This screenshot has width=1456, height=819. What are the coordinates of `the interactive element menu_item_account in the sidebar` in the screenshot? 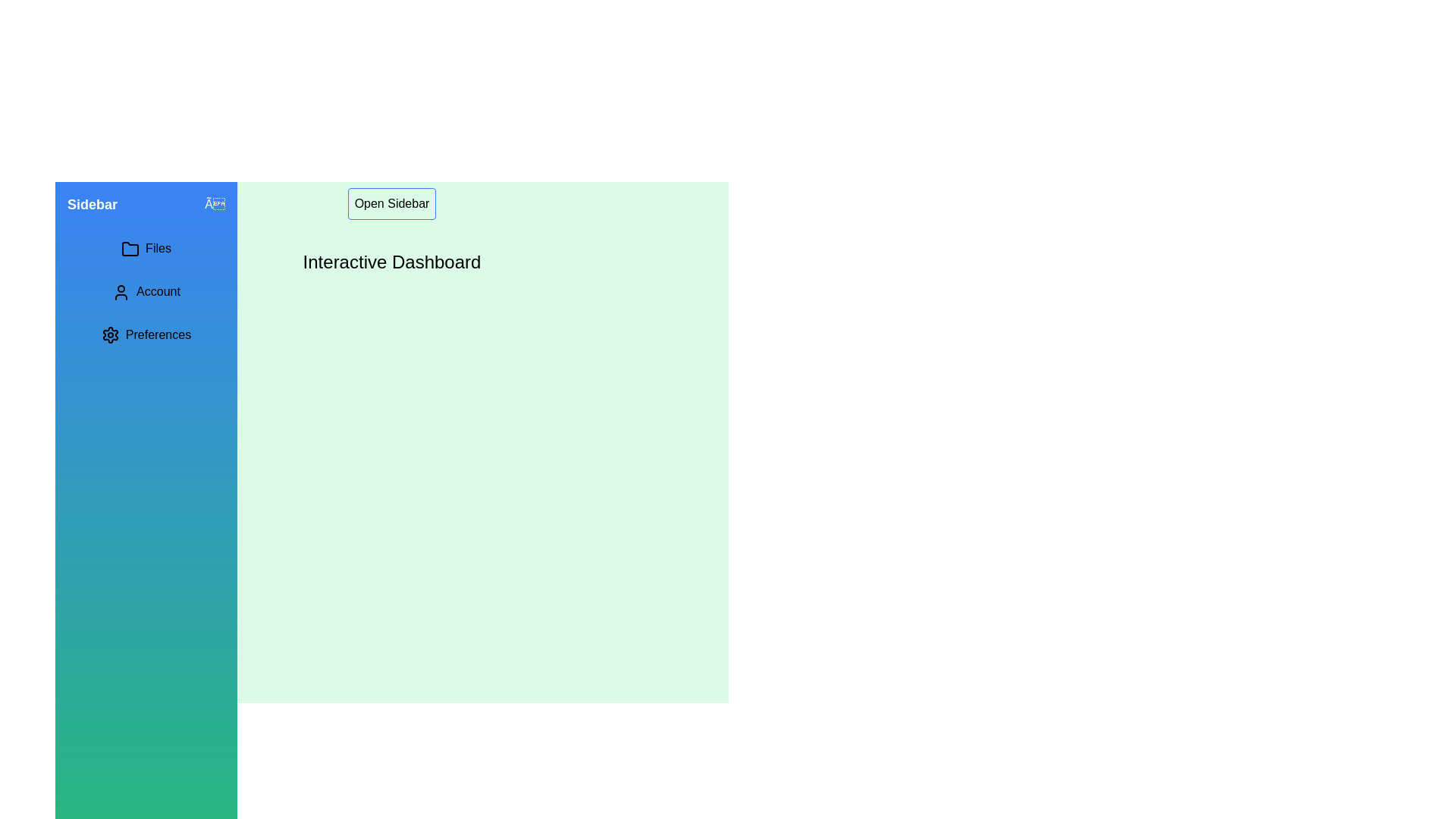 It's located at (146, 292).